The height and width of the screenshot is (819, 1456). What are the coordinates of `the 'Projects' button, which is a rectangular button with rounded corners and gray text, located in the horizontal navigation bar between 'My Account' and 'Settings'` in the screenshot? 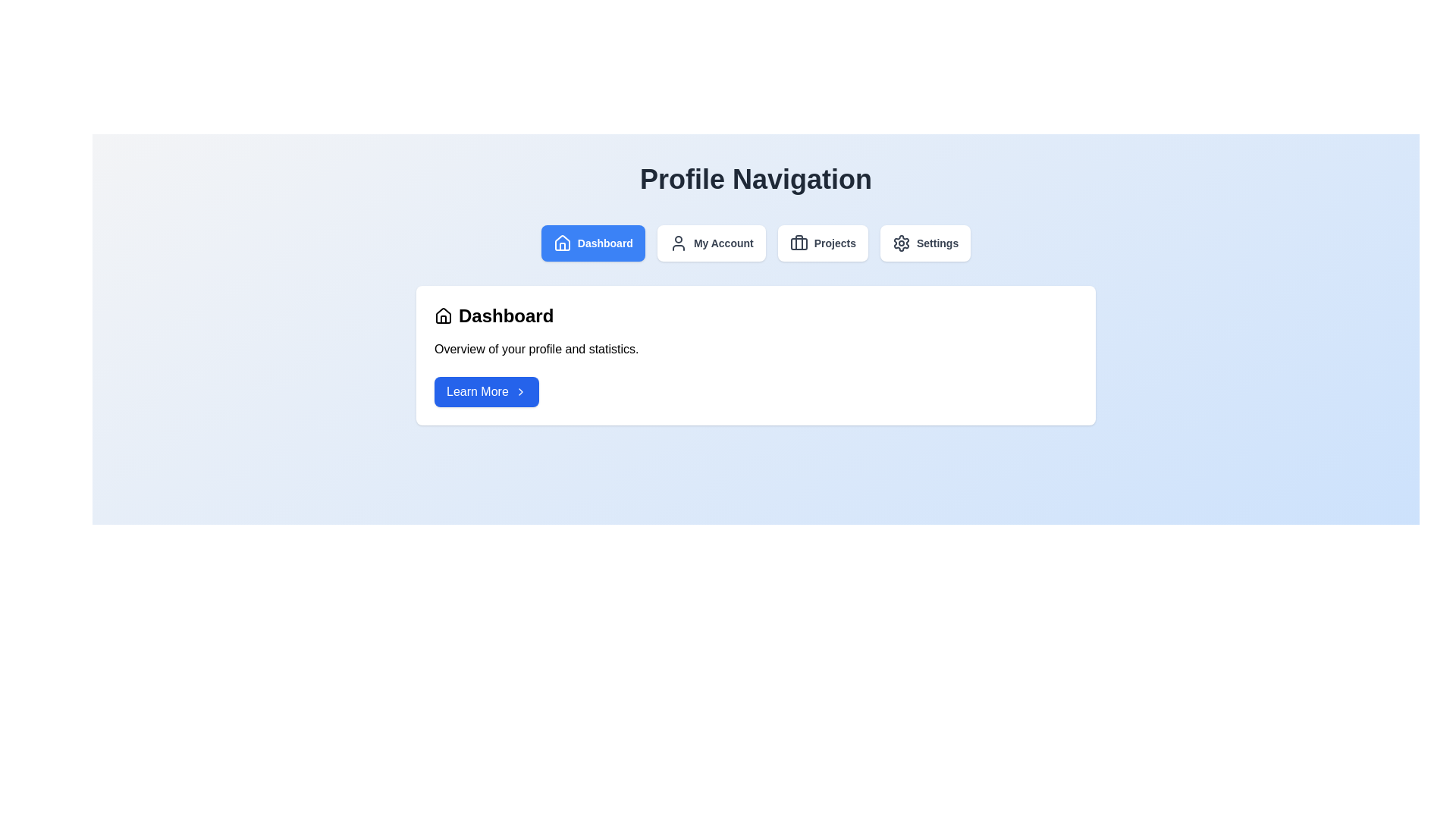 It's located at (822, 242).